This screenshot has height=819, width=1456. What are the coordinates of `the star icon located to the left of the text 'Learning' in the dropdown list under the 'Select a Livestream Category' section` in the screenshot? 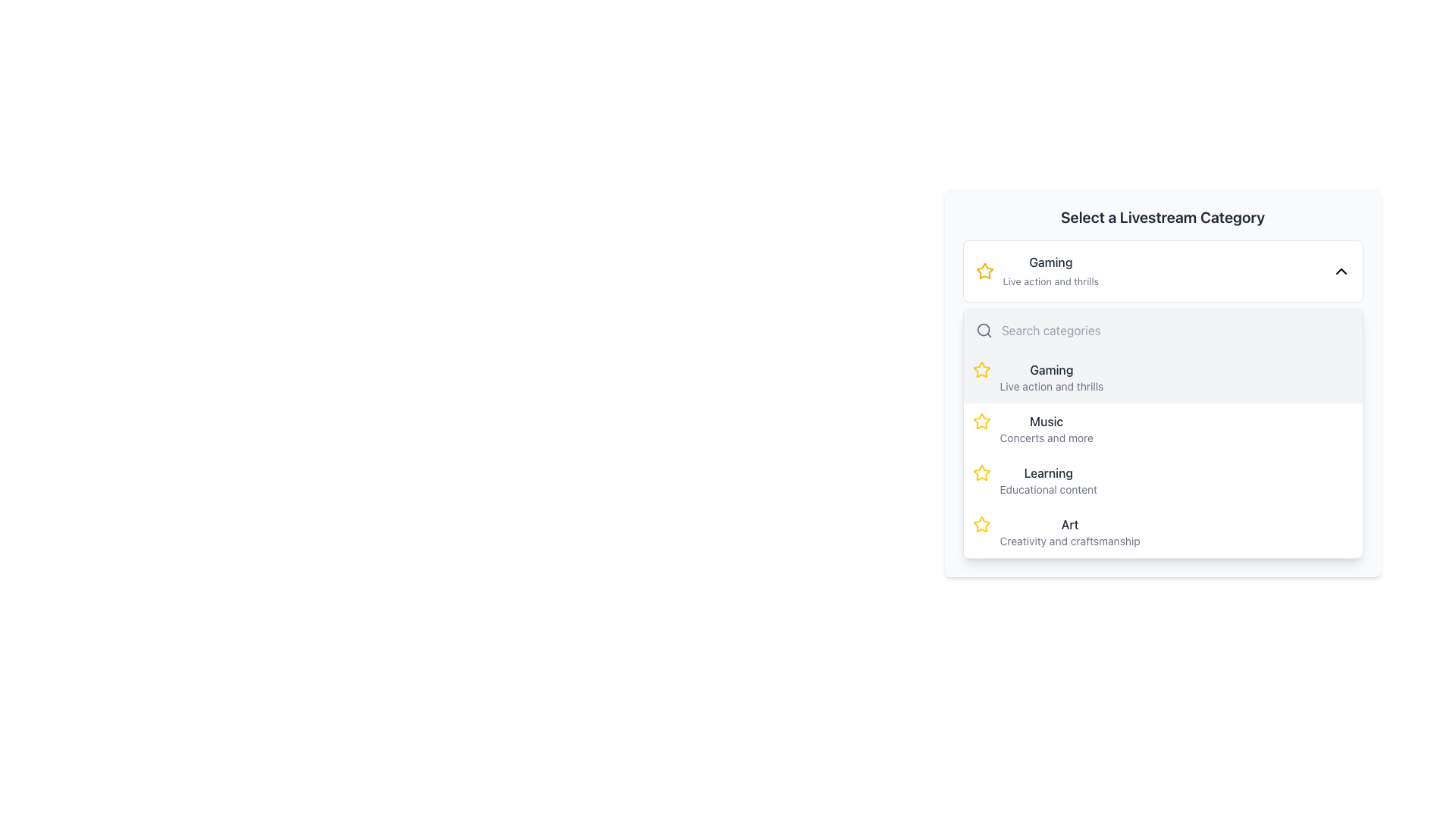 It's located at (981, 472).